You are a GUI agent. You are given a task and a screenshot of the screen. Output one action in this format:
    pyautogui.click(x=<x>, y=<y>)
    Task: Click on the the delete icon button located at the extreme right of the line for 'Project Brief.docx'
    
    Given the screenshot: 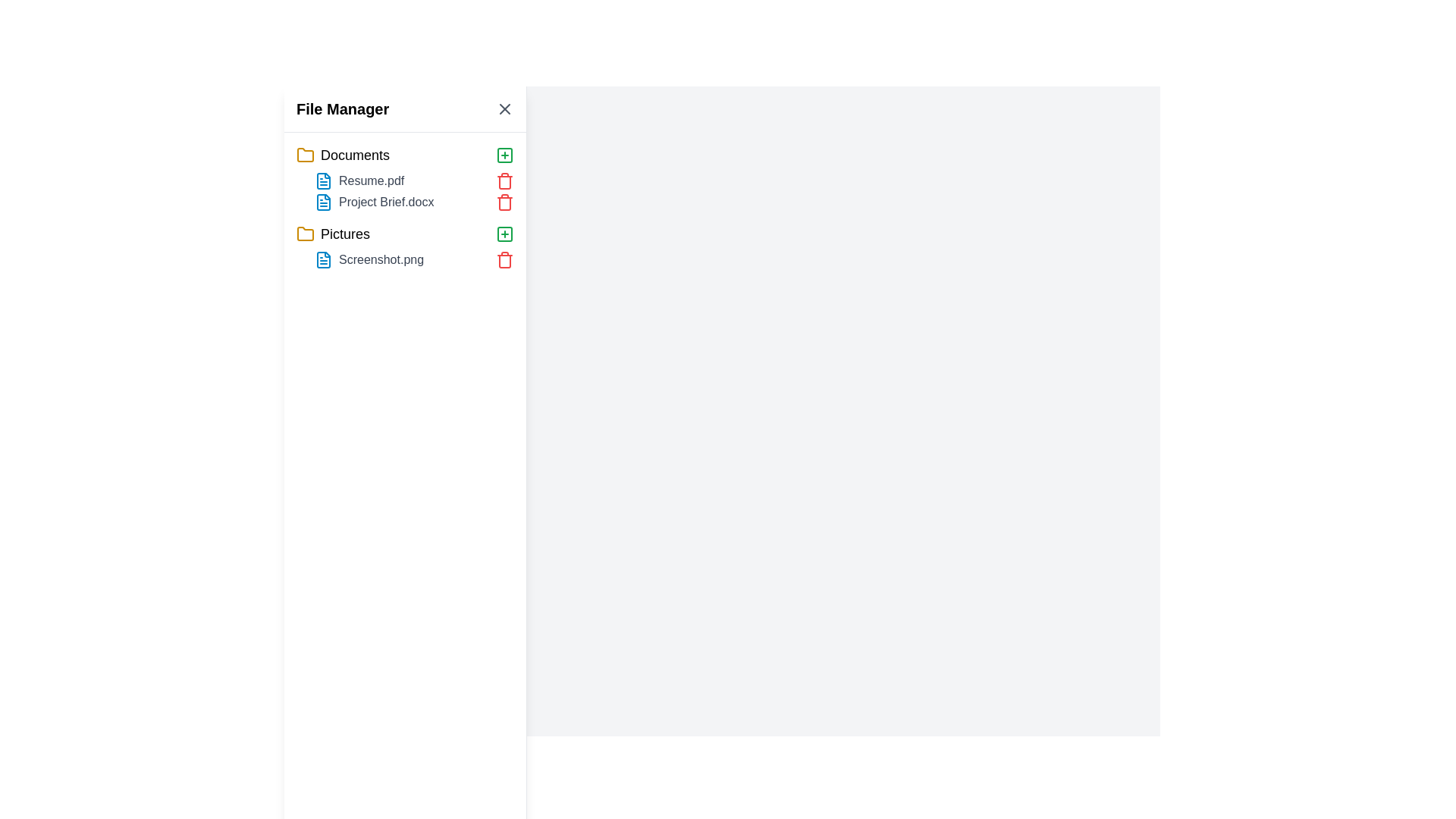 What is the action you would take?
    pyautogui.click(x=505, y=201)
    